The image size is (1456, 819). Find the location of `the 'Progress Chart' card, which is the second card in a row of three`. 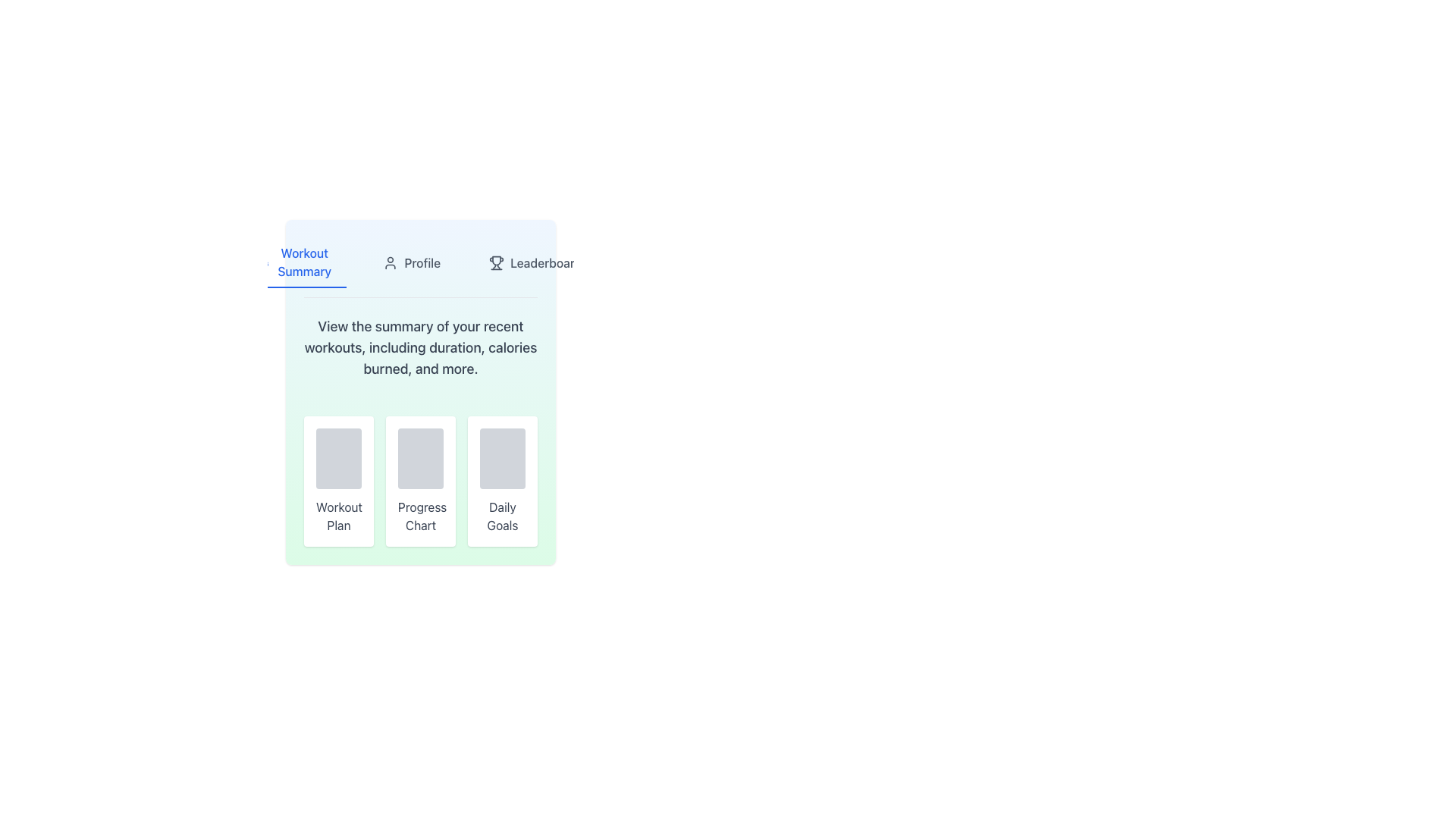

the 'Progress Chart' card, which is the second card in a row of three is located at coordinates (421, 482).